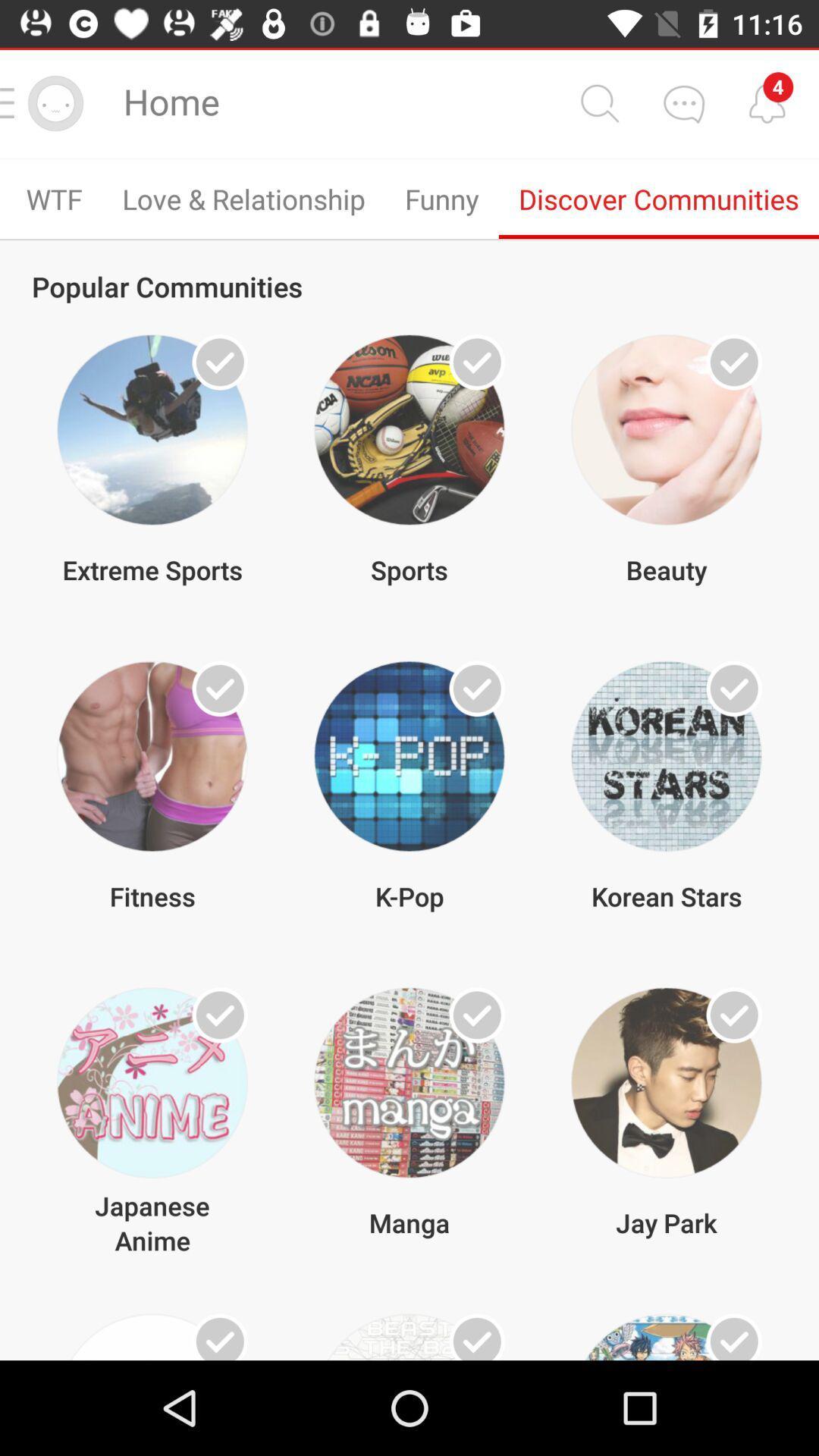 This screenshot has height=1456, width=819. What do you see at coordinates (476, 1015) in the screenshot?
I see `selection` at bounding box center [476, 1015].